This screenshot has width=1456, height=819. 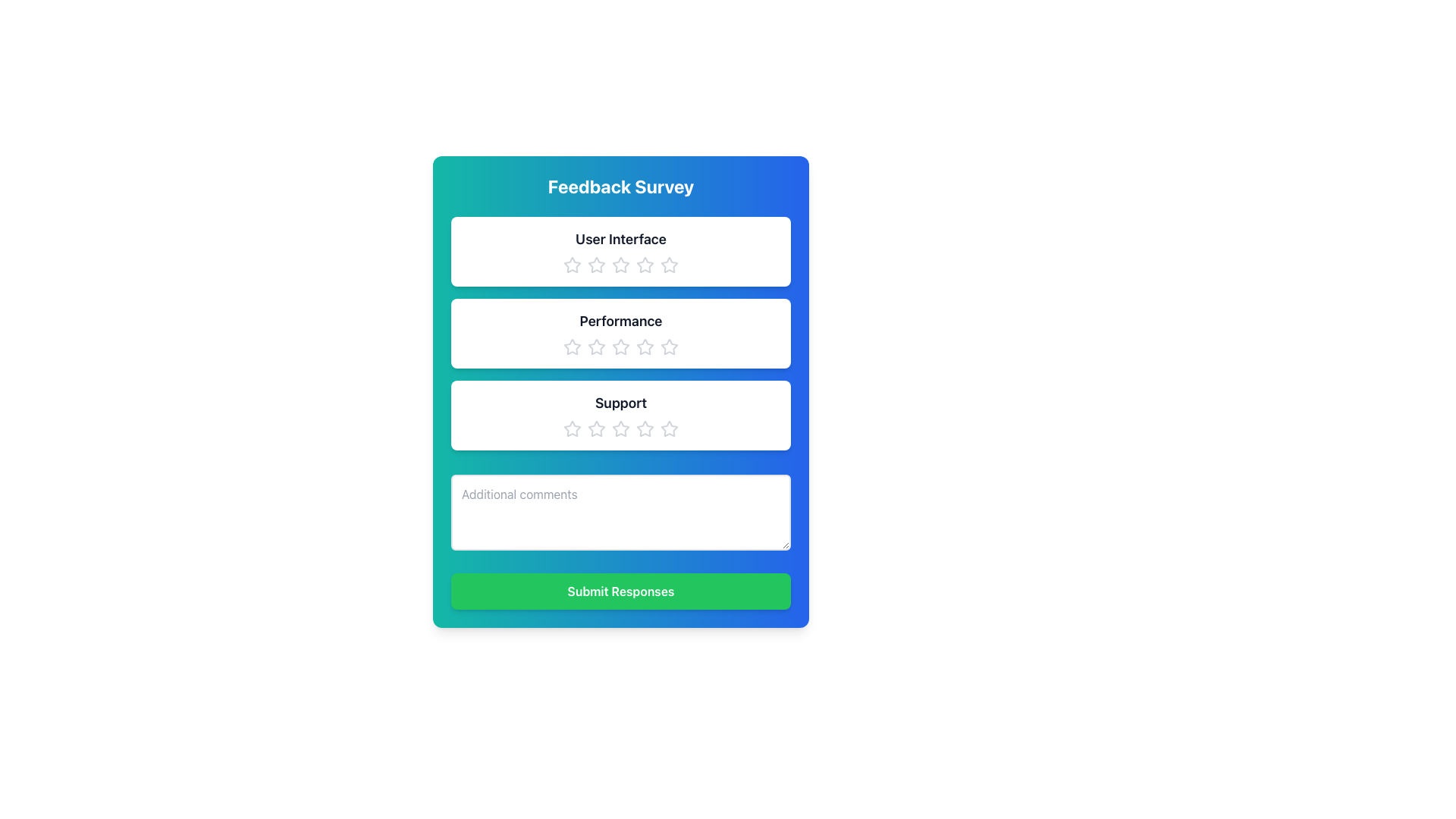 What do you see at coordinates (621, 347) in the screenshot?
I see `the second star icon from the left in the row of stars for the 'Performance' rating to navigate through the keyboard` at bounding box center [621, 347].